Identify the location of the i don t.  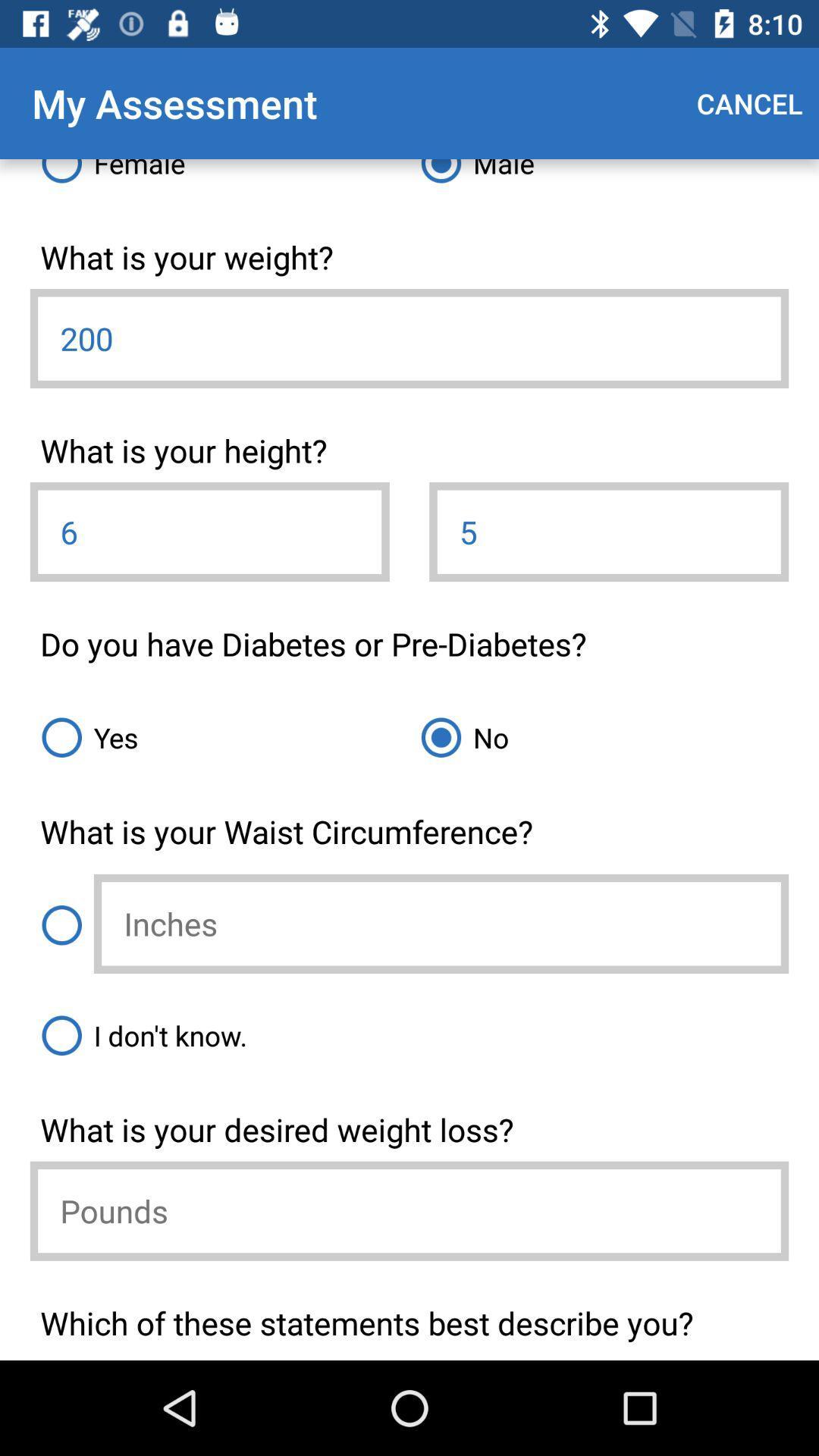
(409, 1034).